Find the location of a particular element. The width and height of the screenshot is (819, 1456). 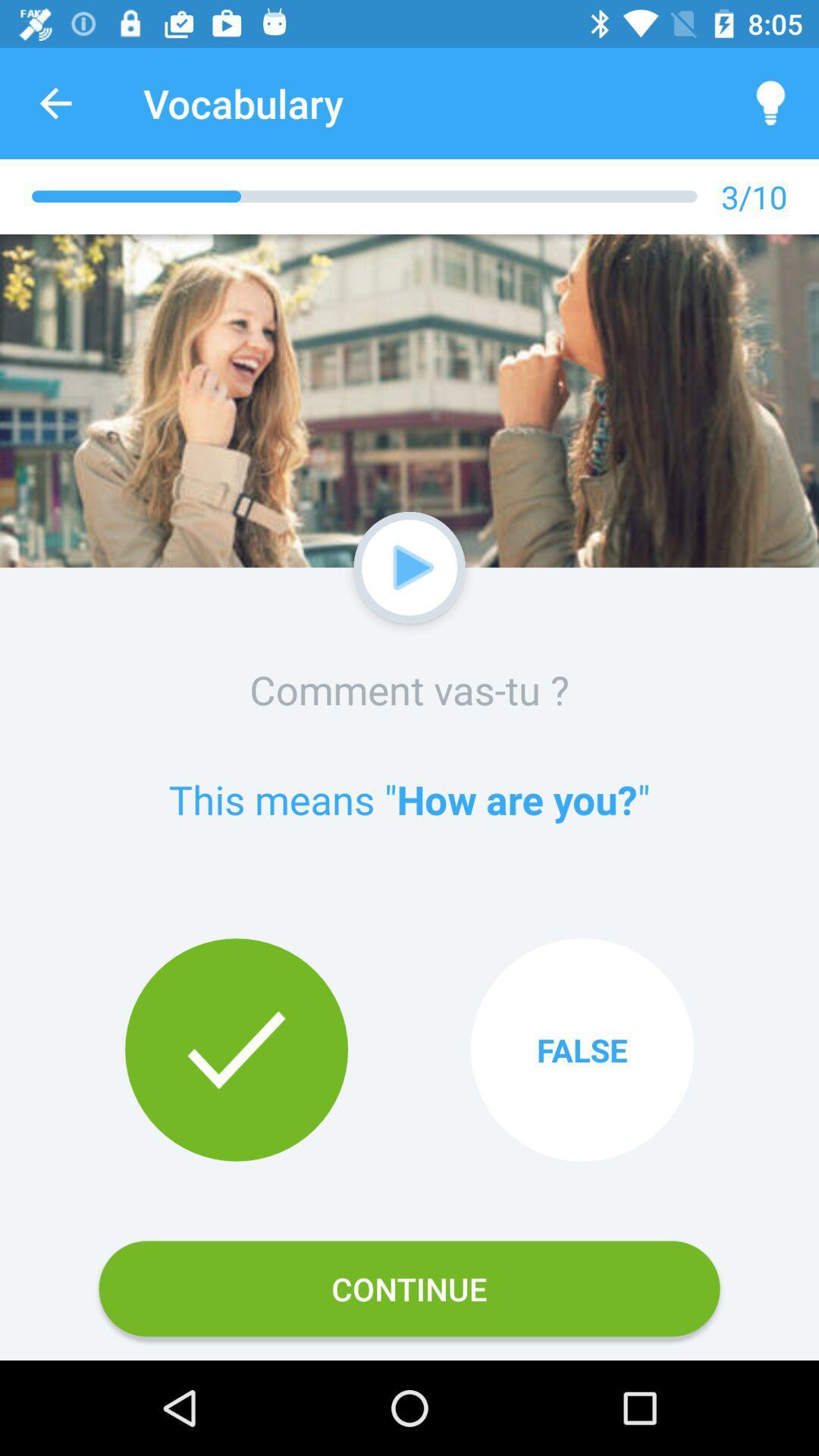

the continue item is located at coordinates (409, 1288).